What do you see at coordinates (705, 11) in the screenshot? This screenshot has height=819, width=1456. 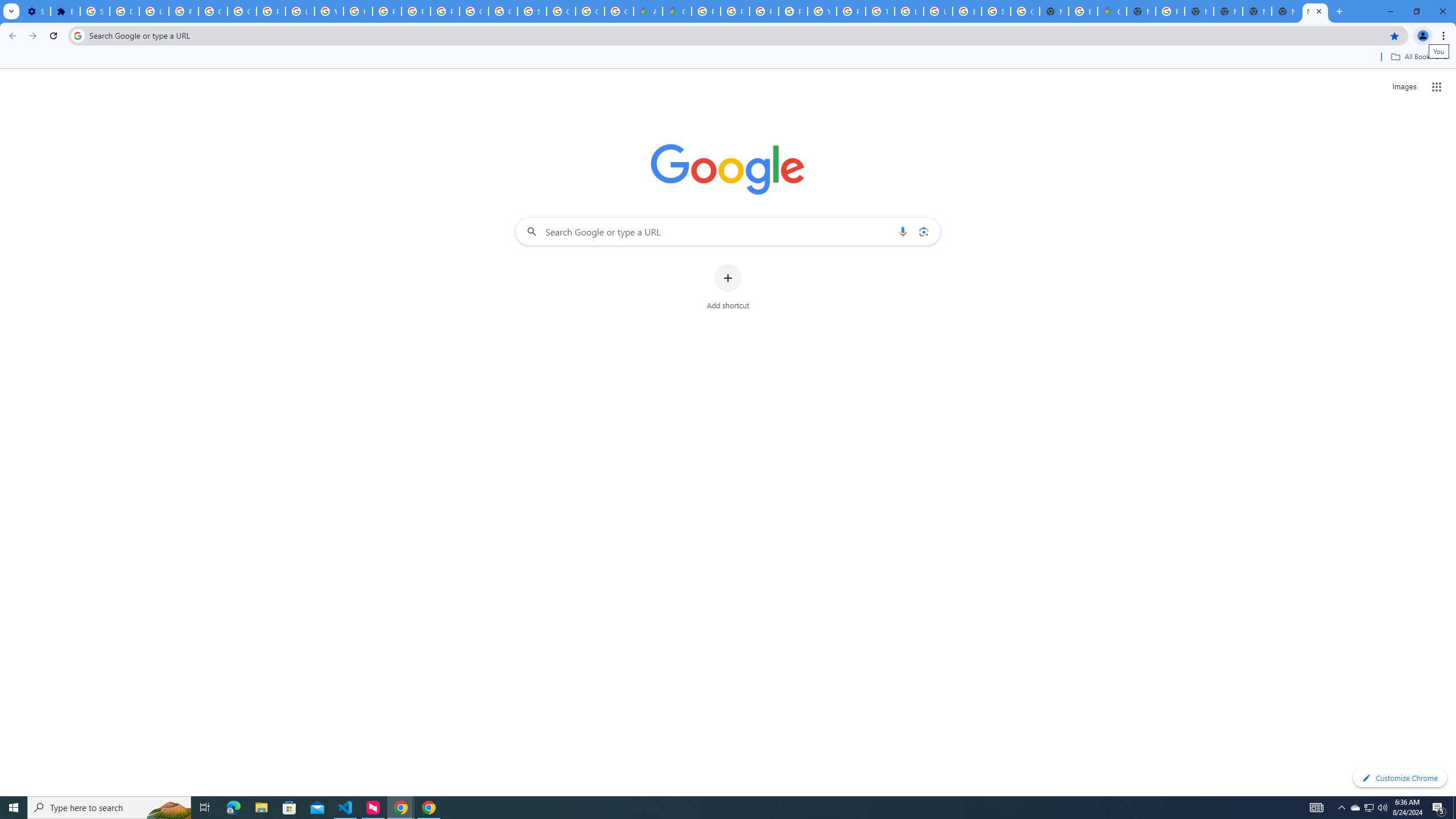 I see `'Policy Accountability and Transparency - Transparency Center'` at bounding box center [705, 11].